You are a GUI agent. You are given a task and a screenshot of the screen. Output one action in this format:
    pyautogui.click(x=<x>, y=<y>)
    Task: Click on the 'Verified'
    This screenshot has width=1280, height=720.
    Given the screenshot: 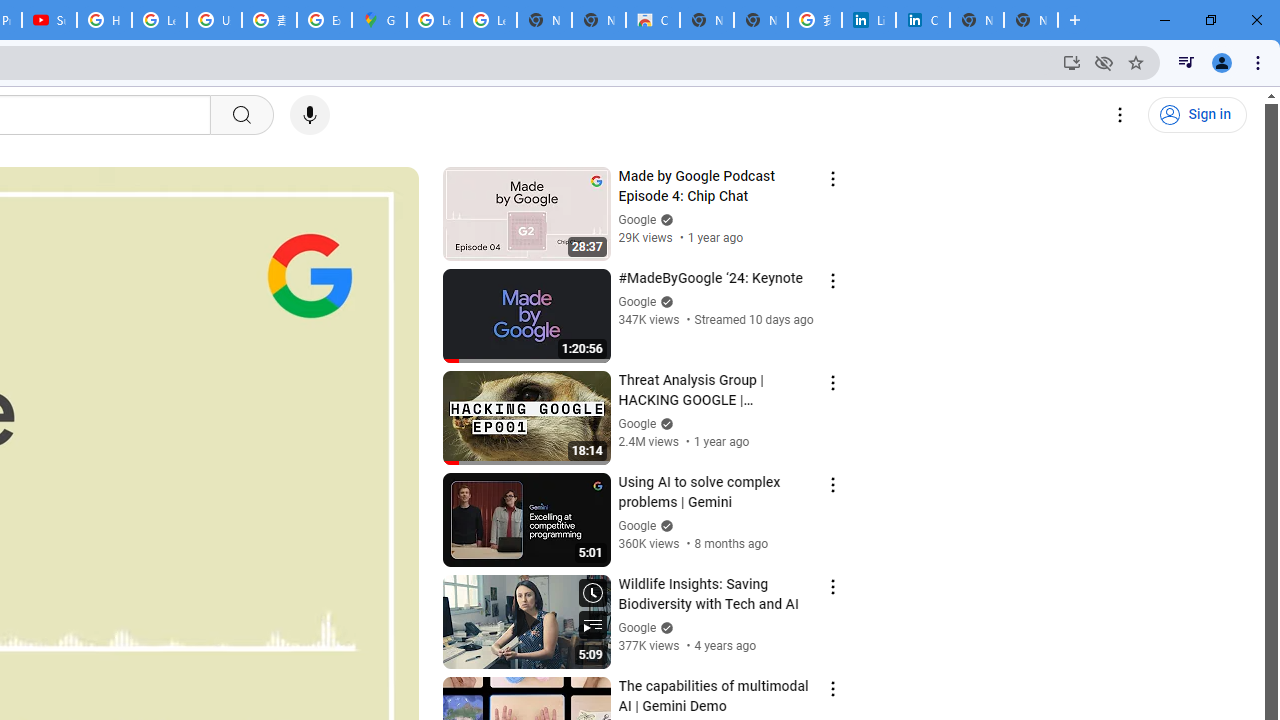 What is the action you would take?
    pyautogui.click(x=664, y=626)
    